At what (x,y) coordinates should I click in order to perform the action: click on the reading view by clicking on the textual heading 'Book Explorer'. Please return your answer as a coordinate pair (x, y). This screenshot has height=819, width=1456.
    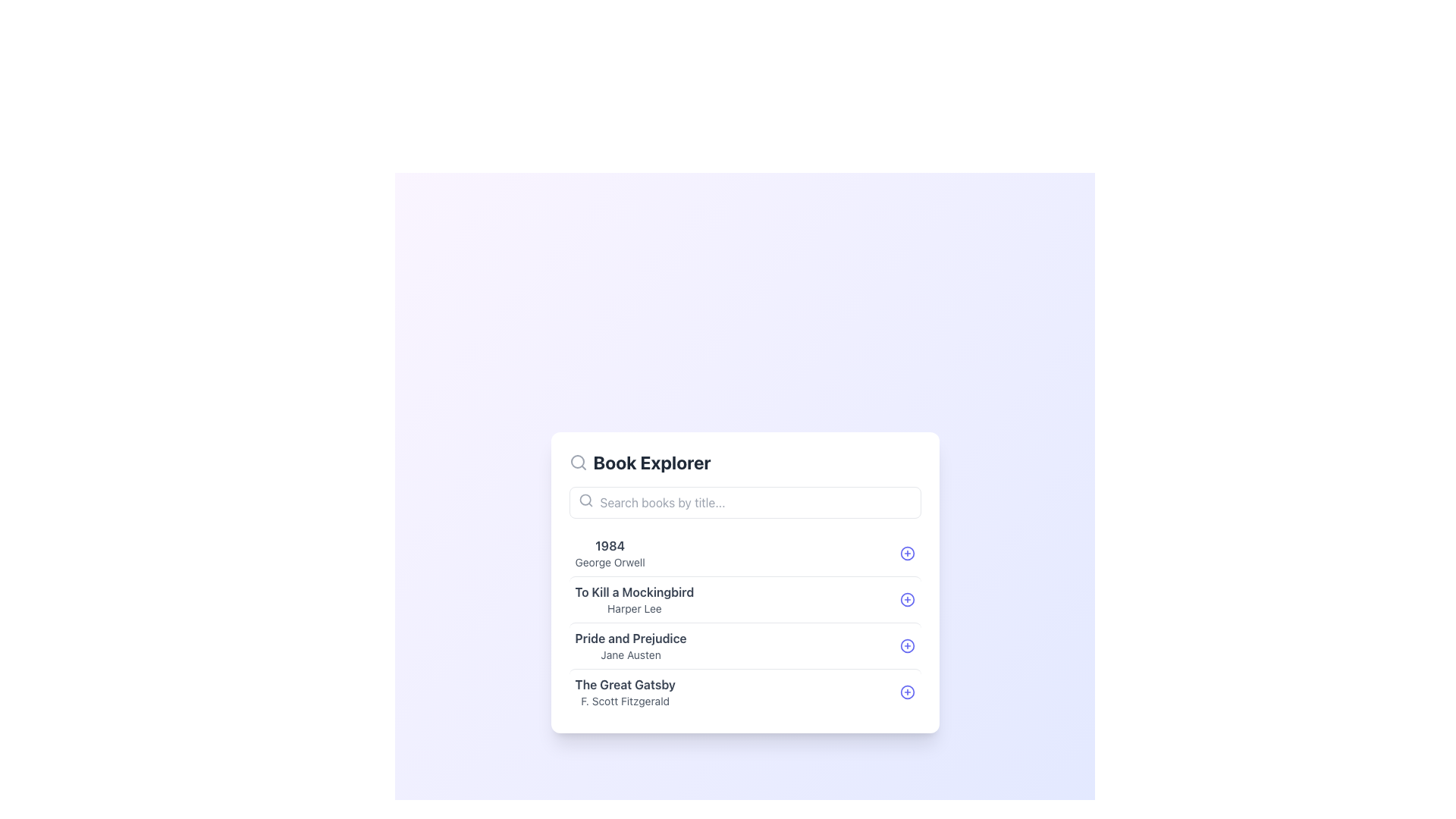
    Looking at the image, I should click on (652, 461).